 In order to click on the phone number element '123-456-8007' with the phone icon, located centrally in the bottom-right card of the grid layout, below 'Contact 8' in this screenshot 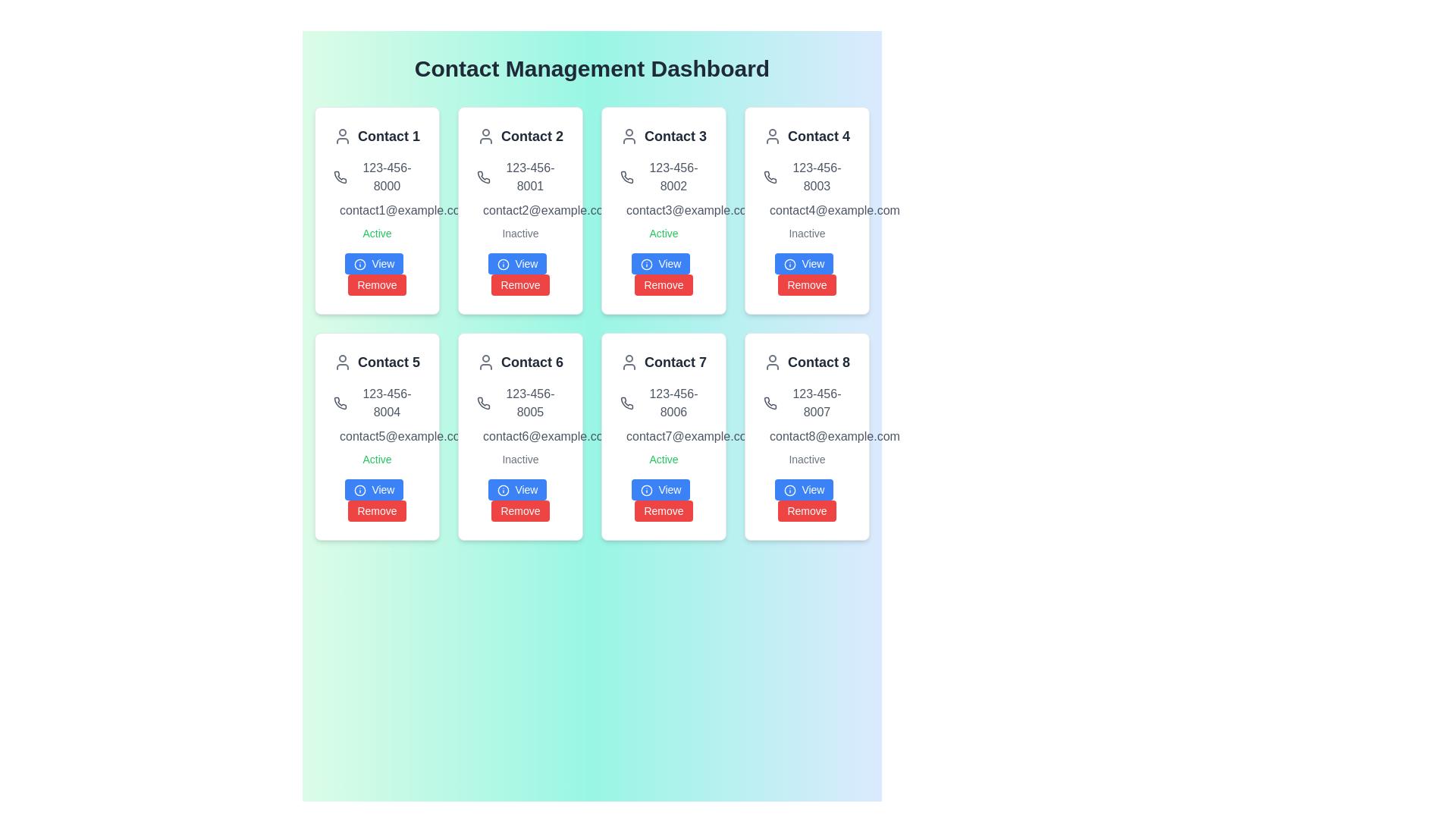, I will do `click(806, 403)`.